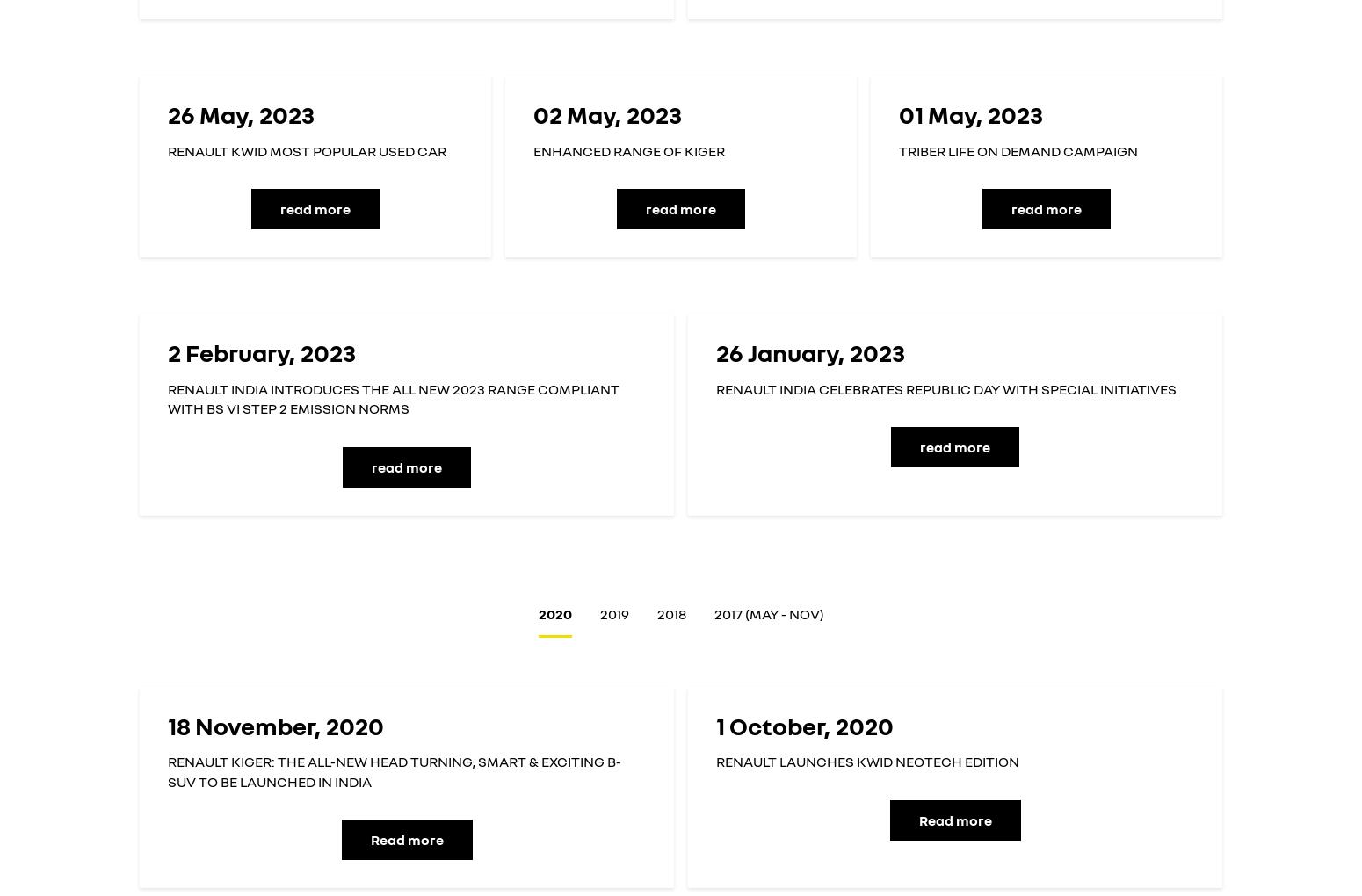 The image size is (1362, 896). I want to click on 'RENAULT KWID MOST POPULAR USED CAR', so click(306, 149).